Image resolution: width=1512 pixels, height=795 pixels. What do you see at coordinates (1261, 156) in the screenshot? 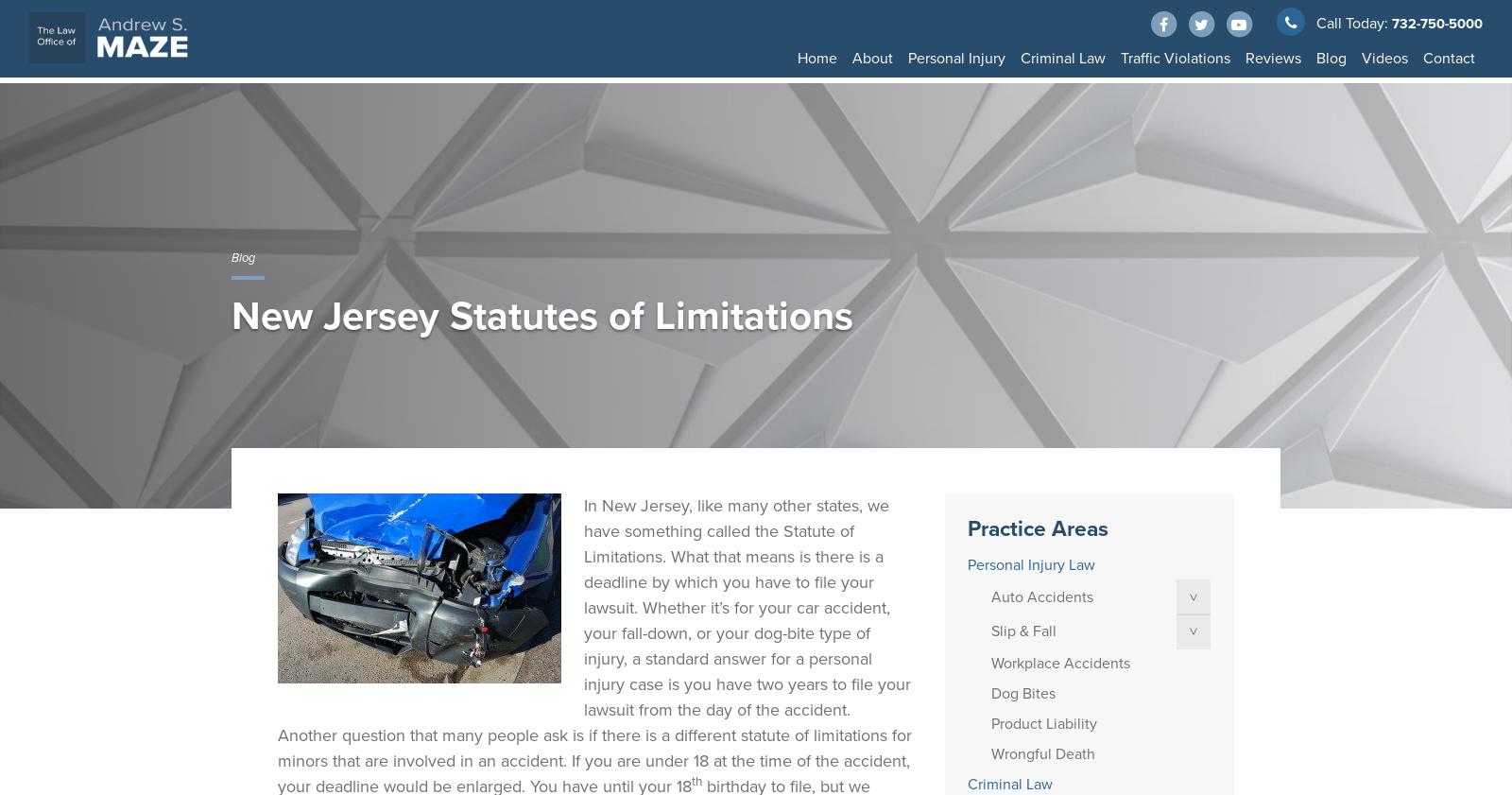
I see `'Motorcycle Accidents'` at bounding box center [1261, 156].